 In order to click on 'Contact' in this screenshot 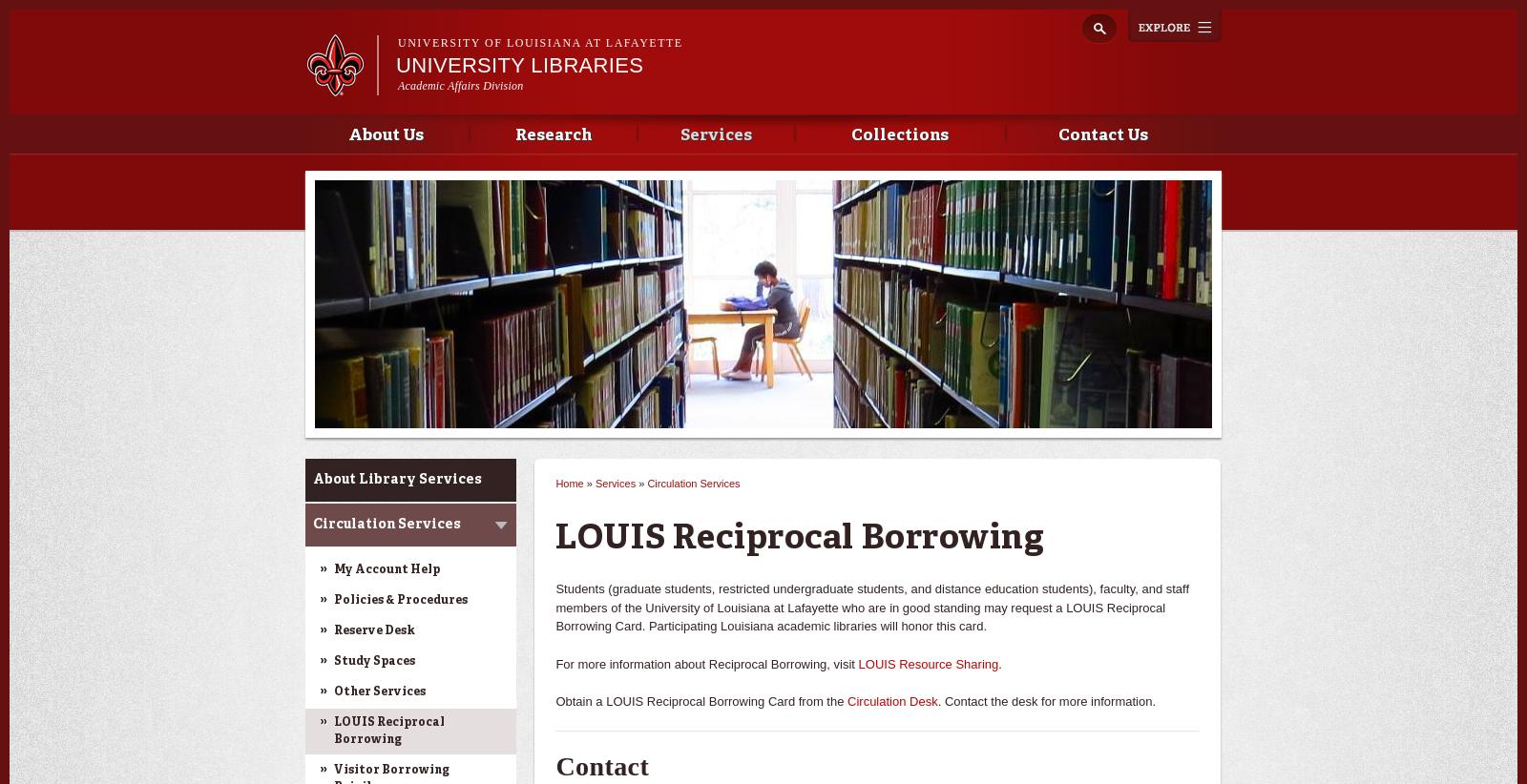, I will do `click(602, 765)`.